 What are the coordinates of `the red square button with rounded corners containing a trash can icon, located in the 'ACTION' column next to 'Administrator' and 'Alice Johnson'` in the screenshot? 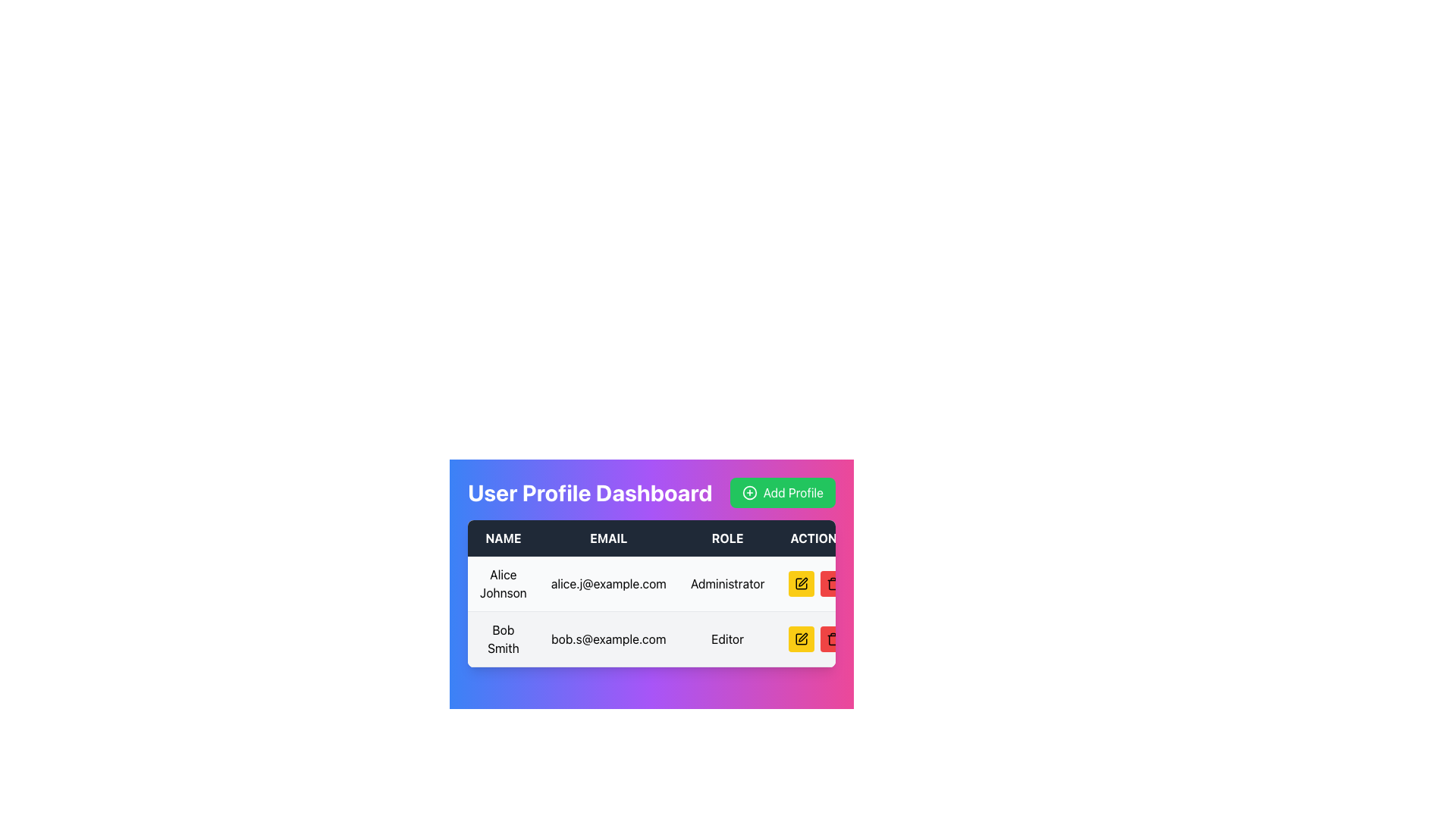 It's located at (817, 583).